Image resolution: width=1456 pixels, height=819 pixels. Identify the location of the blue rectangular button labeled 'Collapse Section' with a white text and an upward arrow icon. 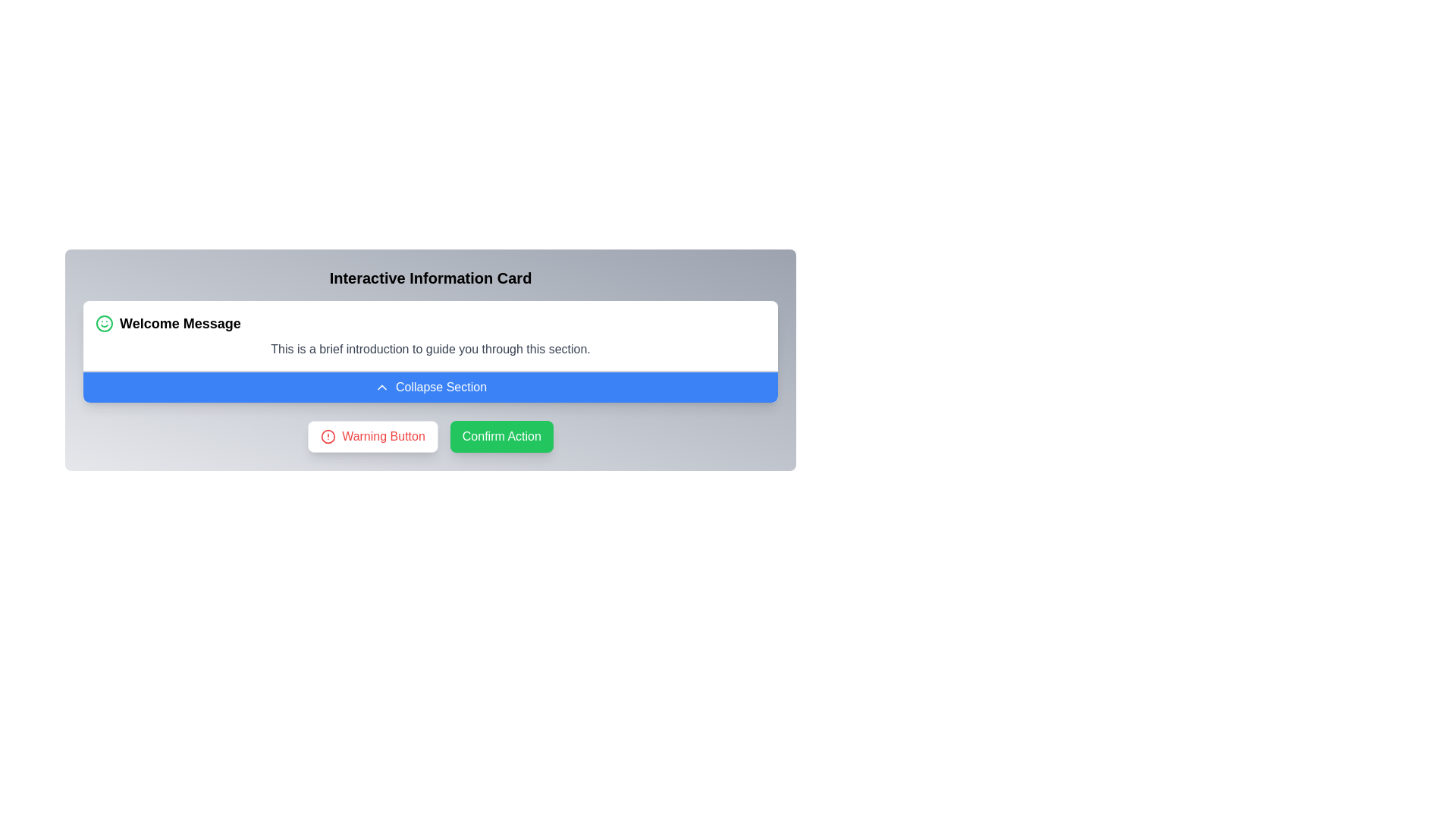
(429, 386).